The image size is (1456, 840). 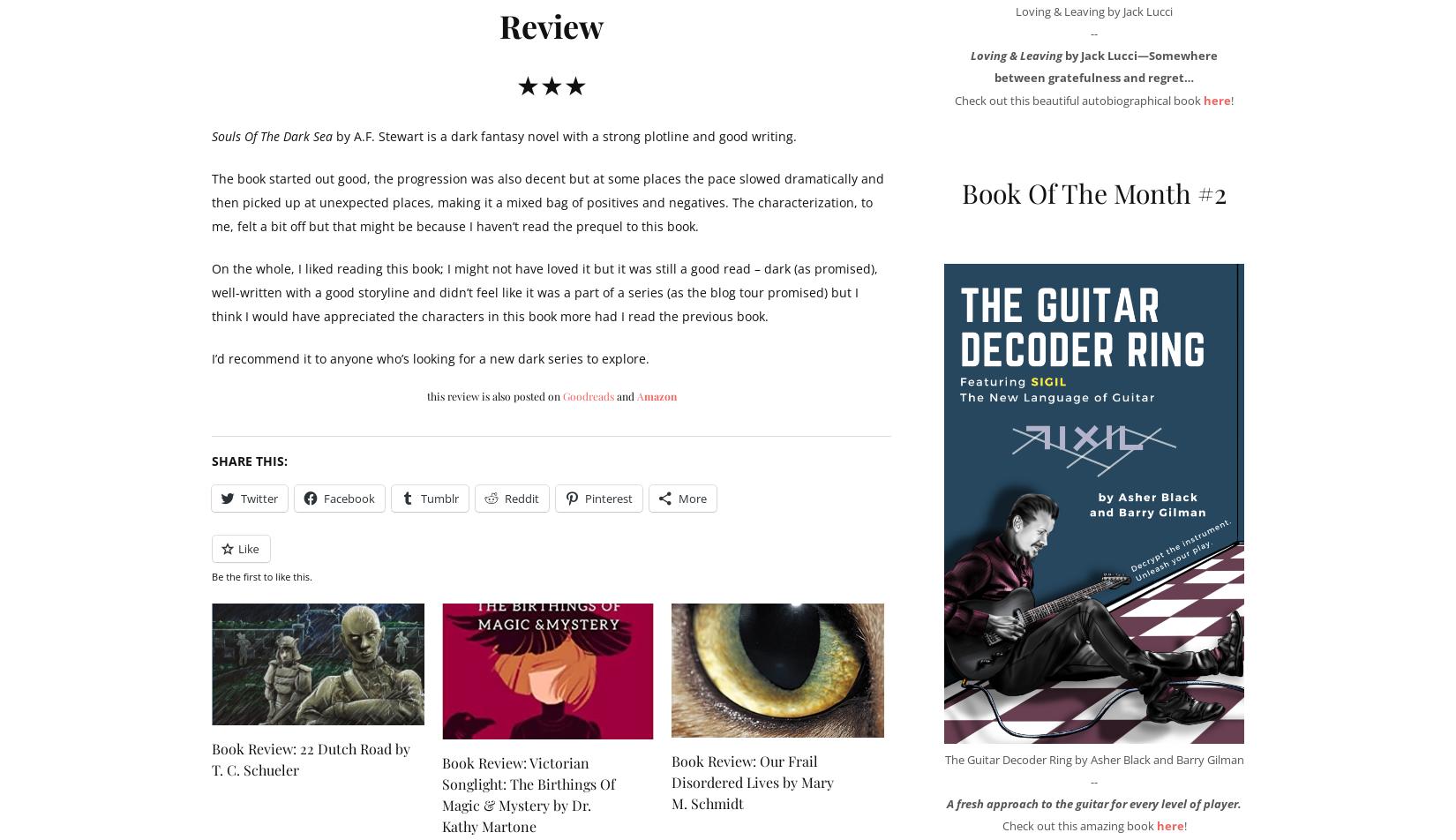 I want to click on 'Review', so click(x=551, y=24).